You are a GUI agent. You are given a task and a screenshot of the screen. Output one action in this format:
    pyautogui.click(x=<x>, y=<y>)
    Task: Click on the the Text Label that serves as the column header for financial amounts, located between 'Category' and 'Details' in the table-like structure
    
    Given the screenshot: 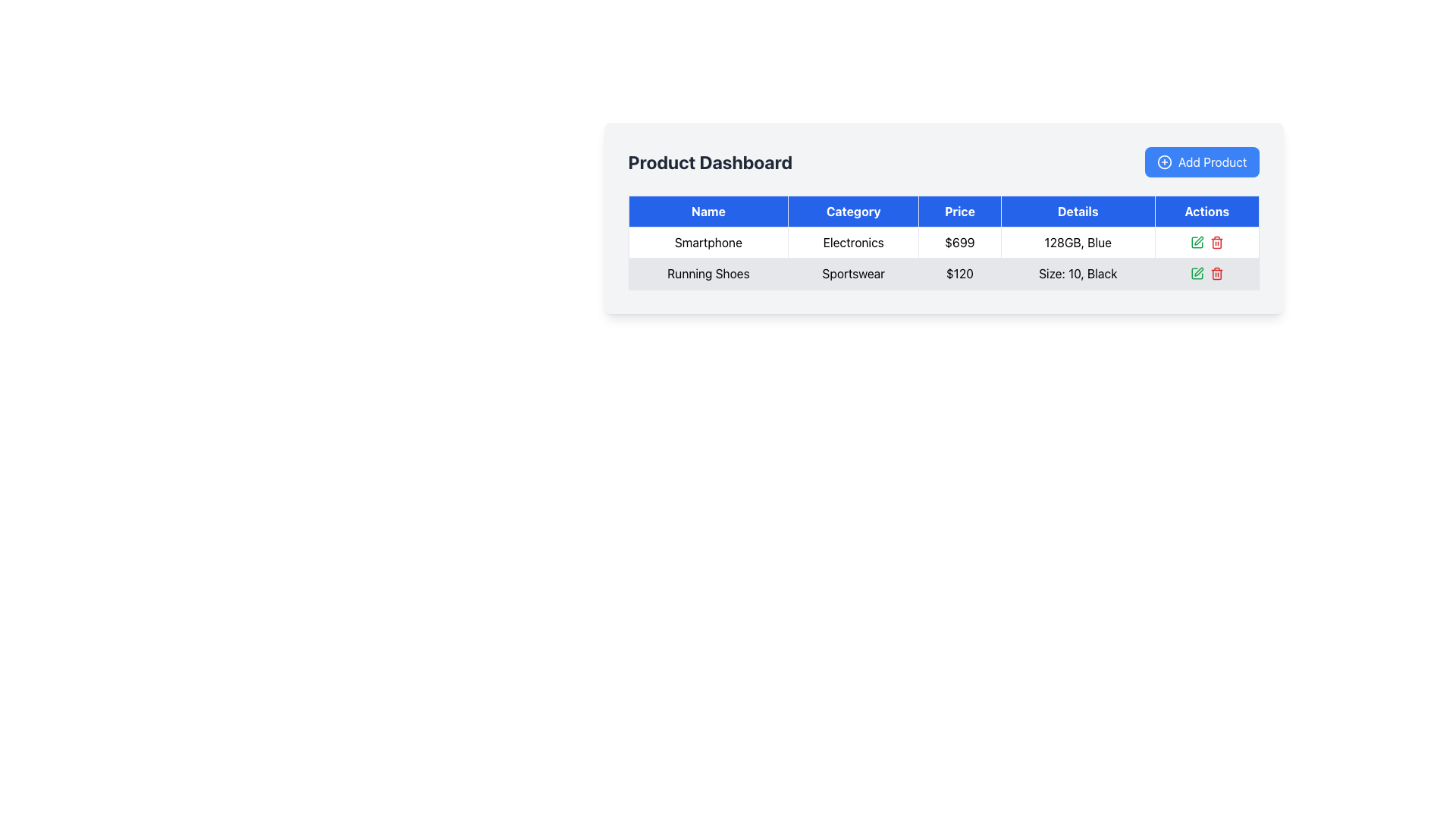 What is the action you would take?
    pyautogui.click(x=959, y=211)
    